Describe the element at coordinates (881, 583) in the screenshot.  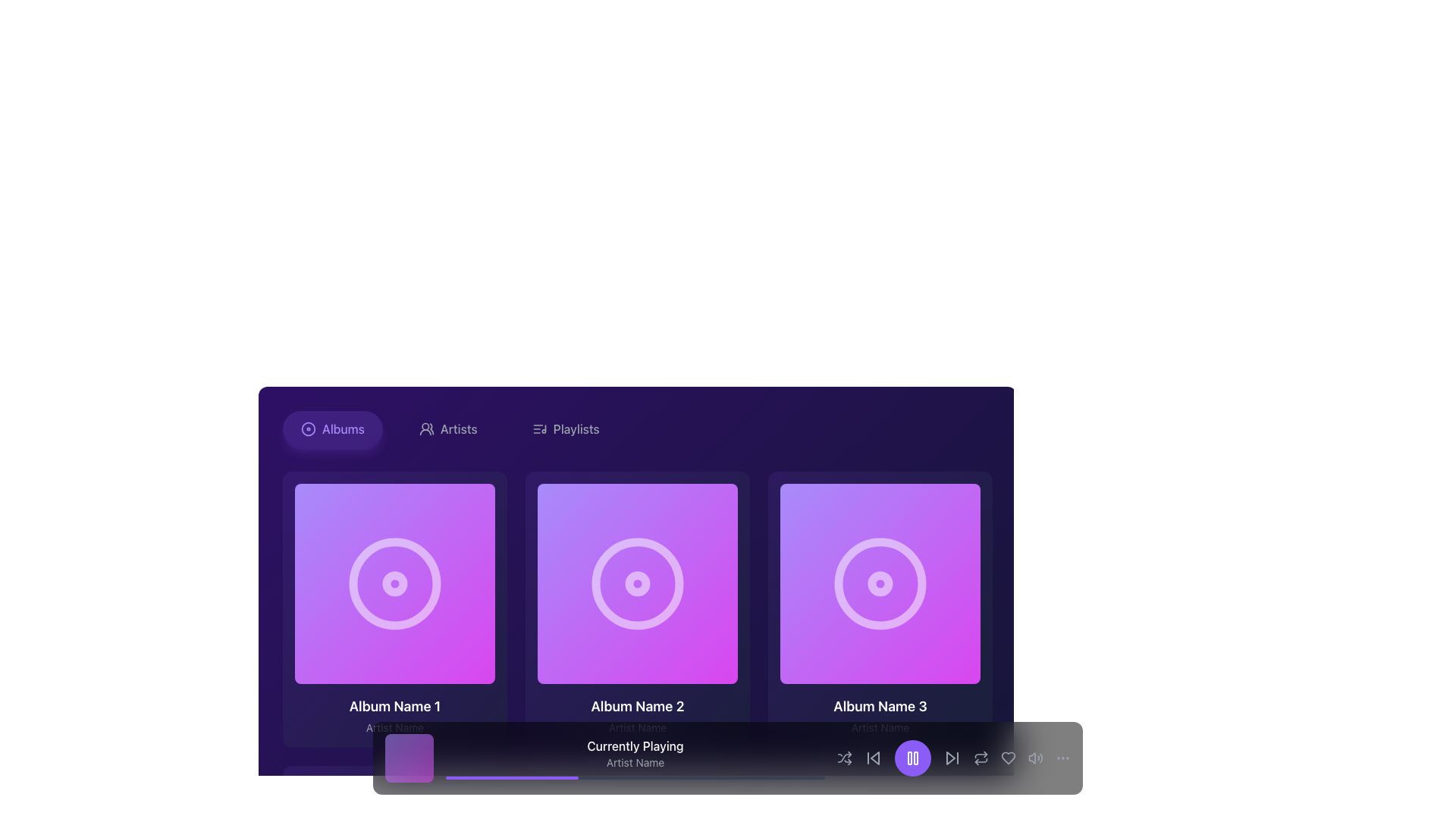
I see `the SVG-based Play Icon button, which is a triangular play symbol within a circular button` at that location.